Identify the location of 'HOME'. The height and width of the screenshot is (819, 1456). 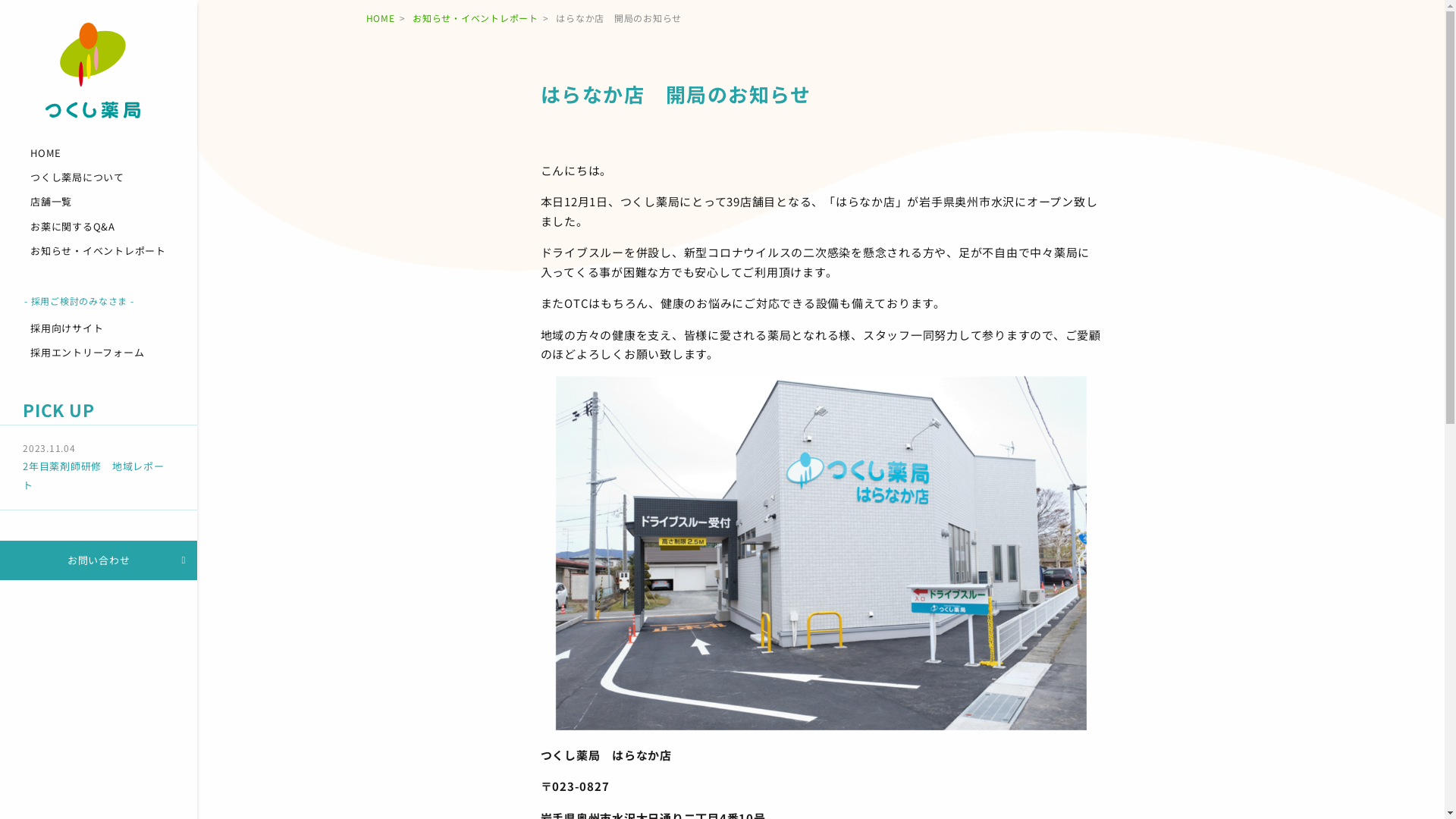
(379, 17).